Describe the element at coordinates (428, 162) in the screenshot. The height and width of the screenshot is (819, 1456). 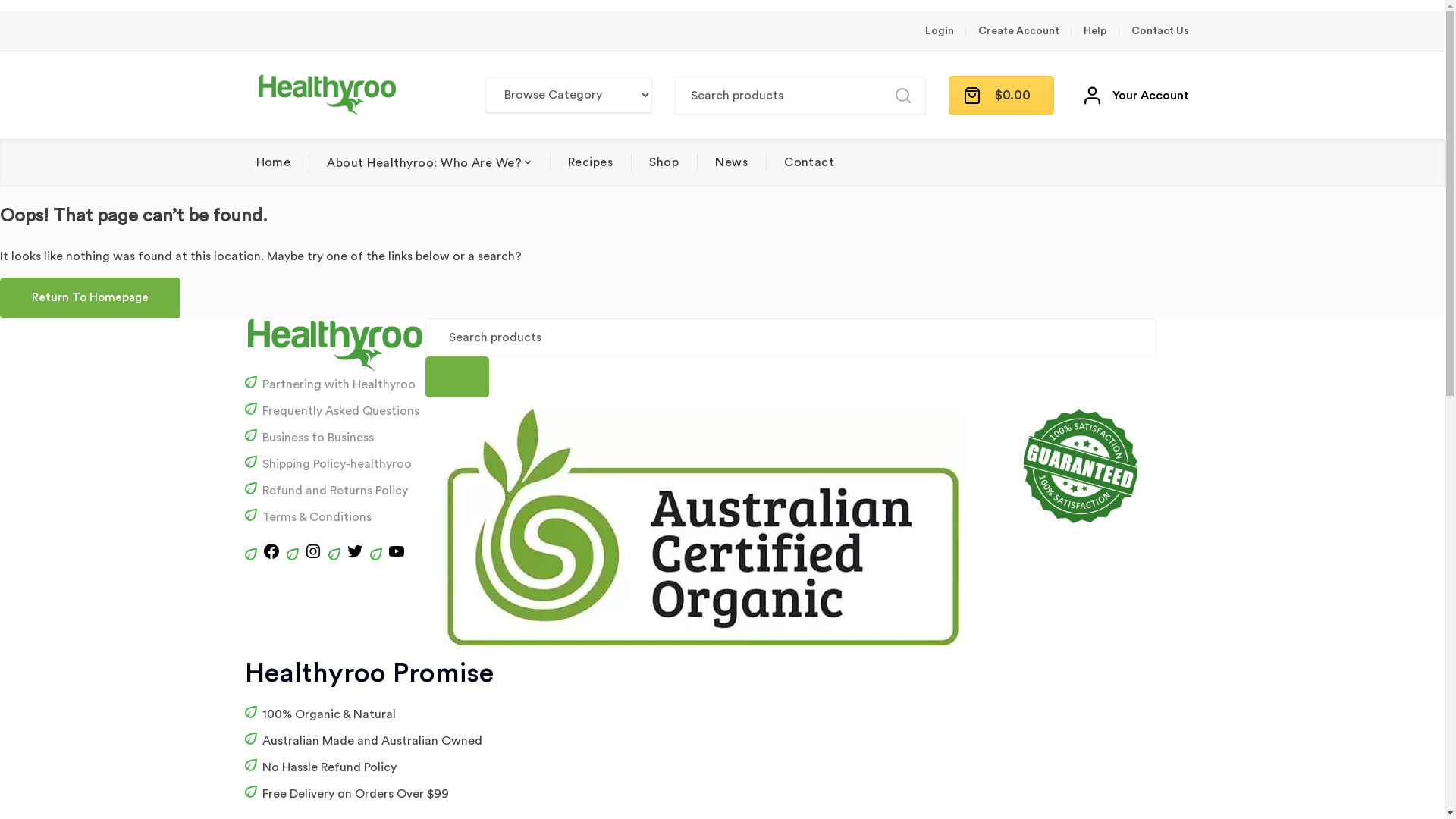
I see `'About Healthyroo: Who Are We?'` at that location.